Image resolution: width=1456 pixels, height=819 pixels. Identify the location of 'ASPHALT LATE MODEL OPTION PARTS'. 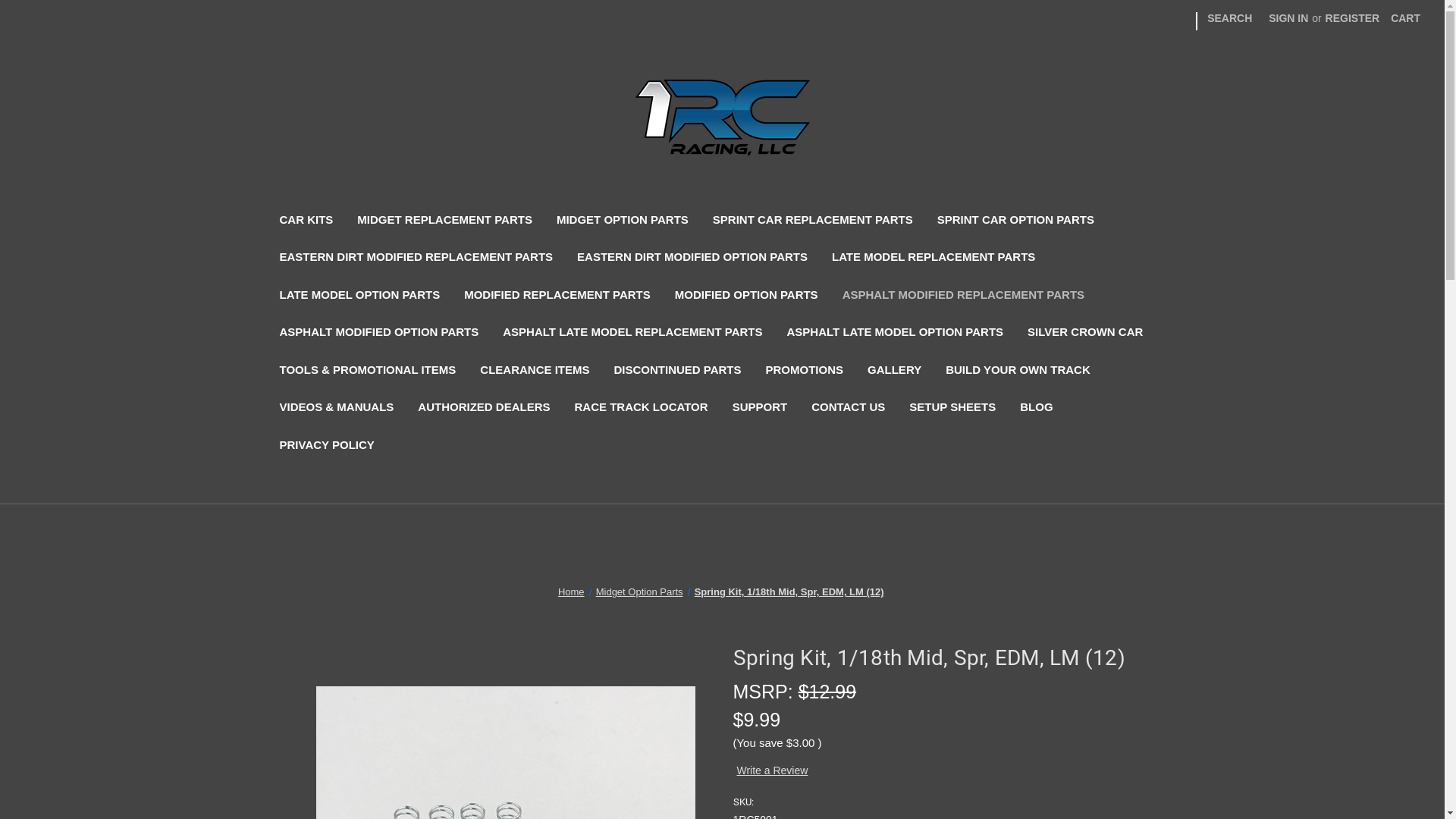
(775, 333).